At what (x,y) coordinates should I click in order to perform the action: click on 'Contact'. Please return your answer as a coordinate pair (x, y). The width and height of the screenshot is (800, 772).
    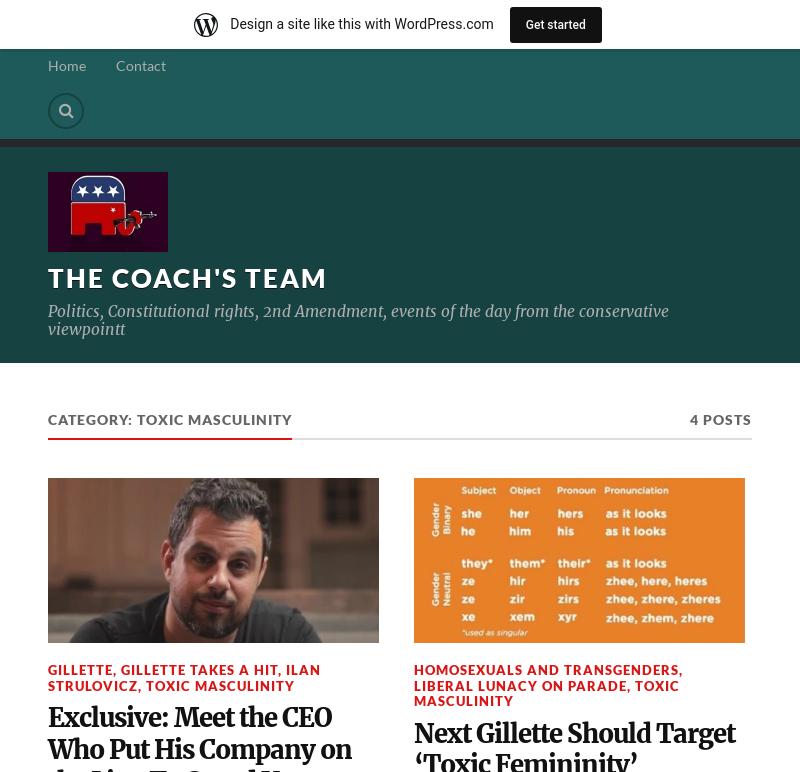
    Looking at the image, I should click on (140, 65).